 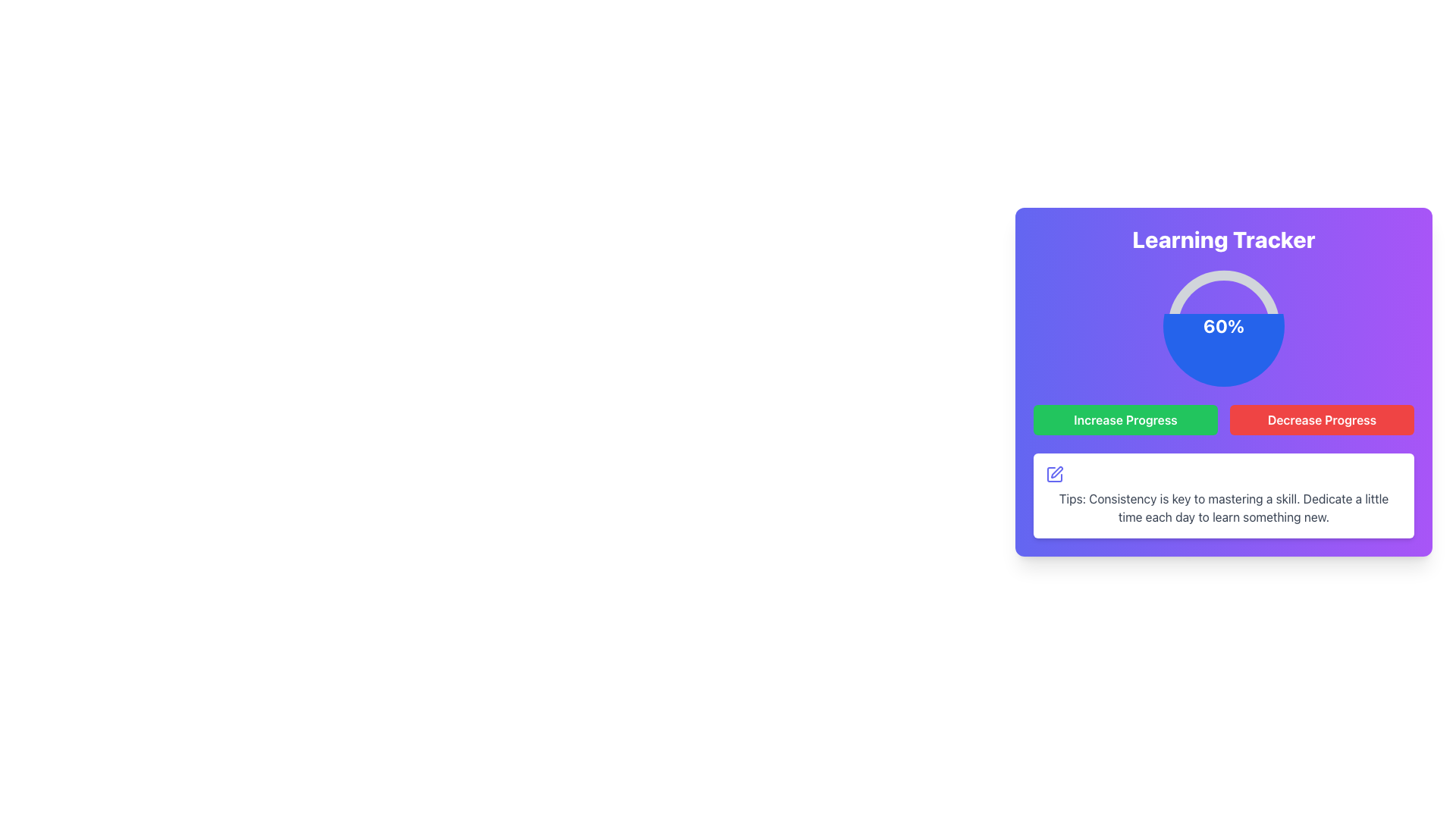 What do you see at coordinates (1054, 473) in the screenshot?
I see `the editing icon located at the leftmost side of the text box containing tips about consistency in learning to initiate editing` at bounding box center [1054, 473].